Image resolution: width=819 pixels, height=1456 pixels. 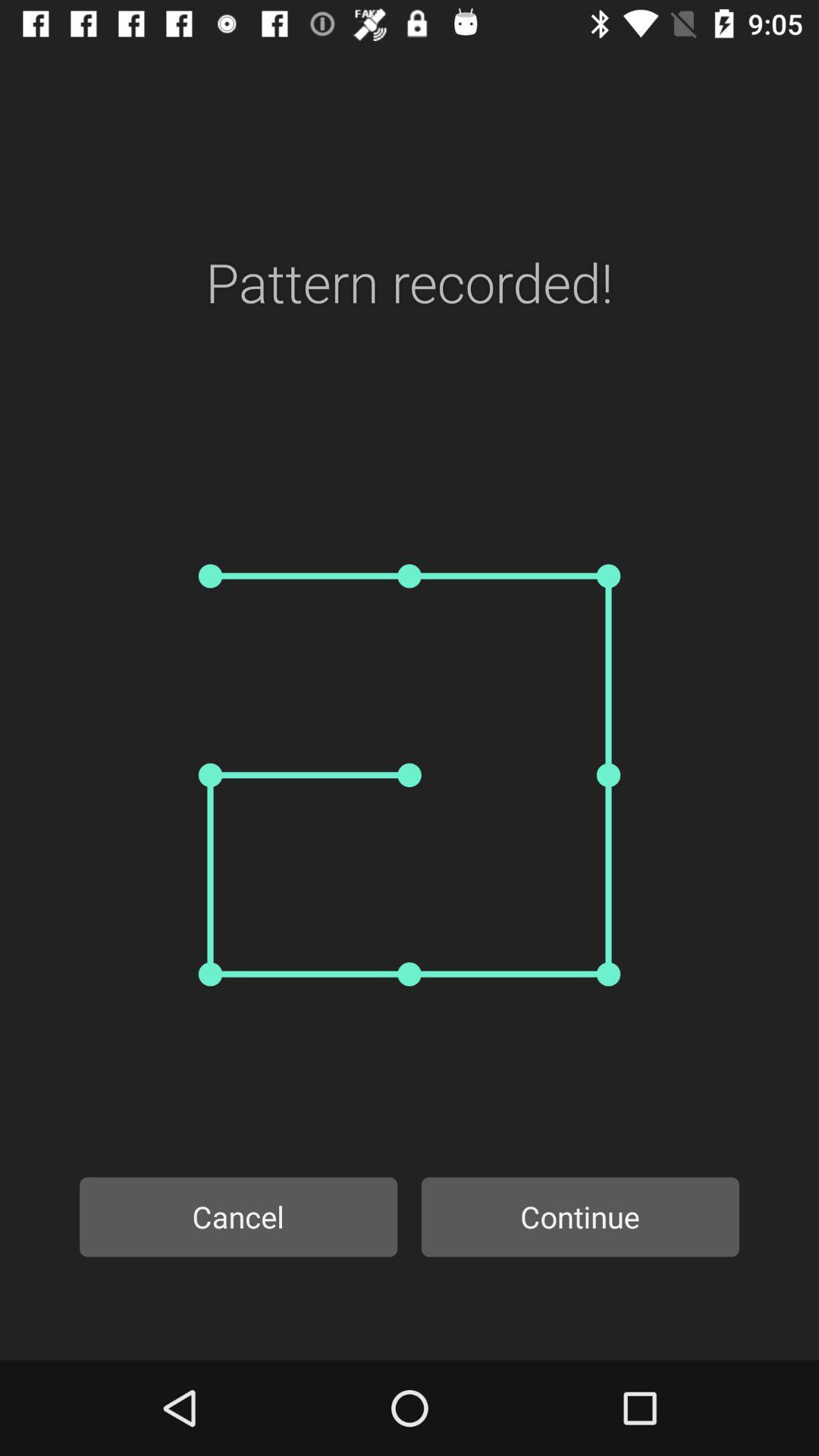 What do you see at coordinates (580, 1216) in the screenshot?
I see `continue` at bounding box center [580, 1216].